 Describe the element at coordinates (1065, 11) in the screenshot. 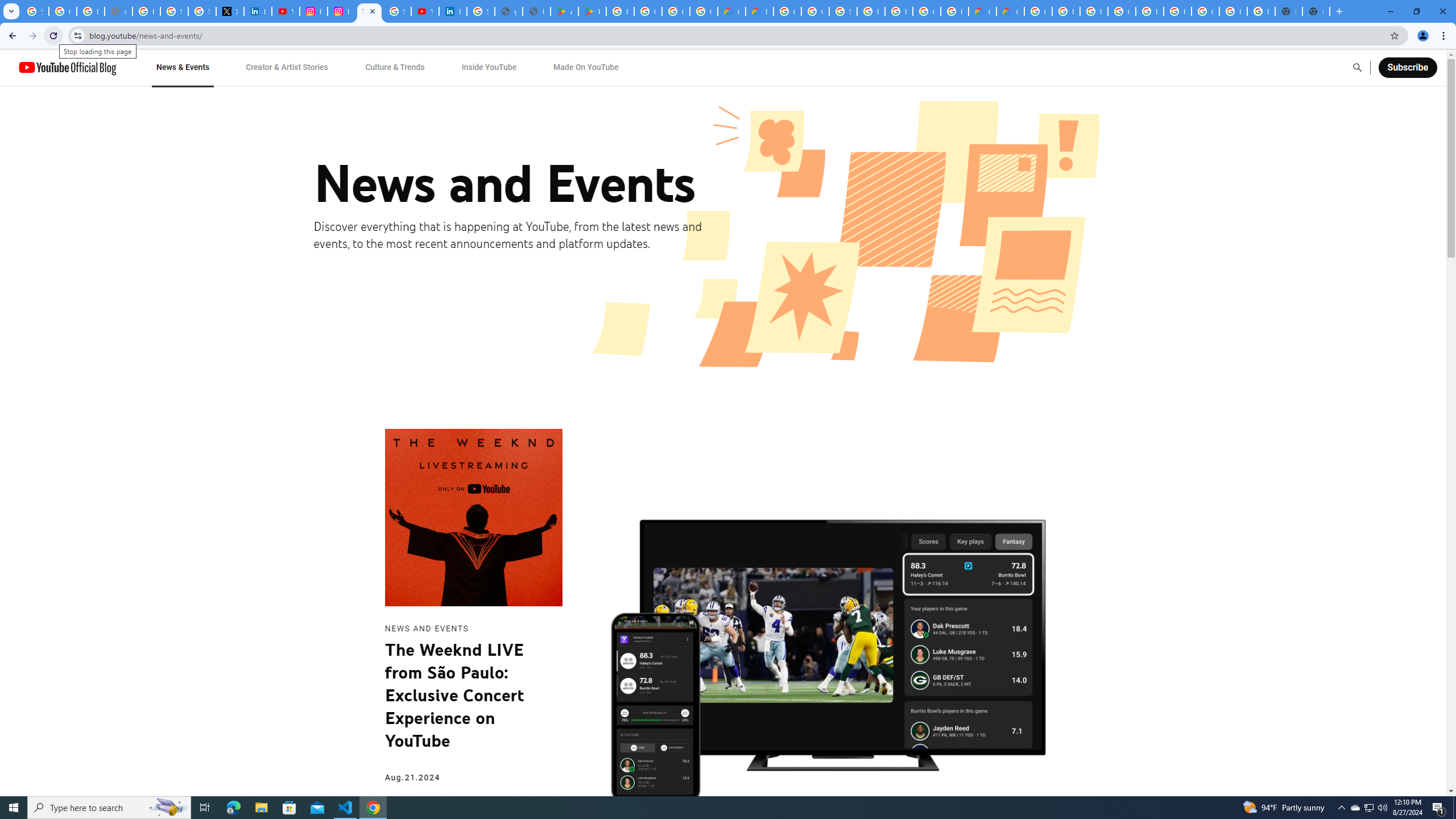

I see `'Browse Chrome as a guest - Computer - Google Chrome Help'` at that location.